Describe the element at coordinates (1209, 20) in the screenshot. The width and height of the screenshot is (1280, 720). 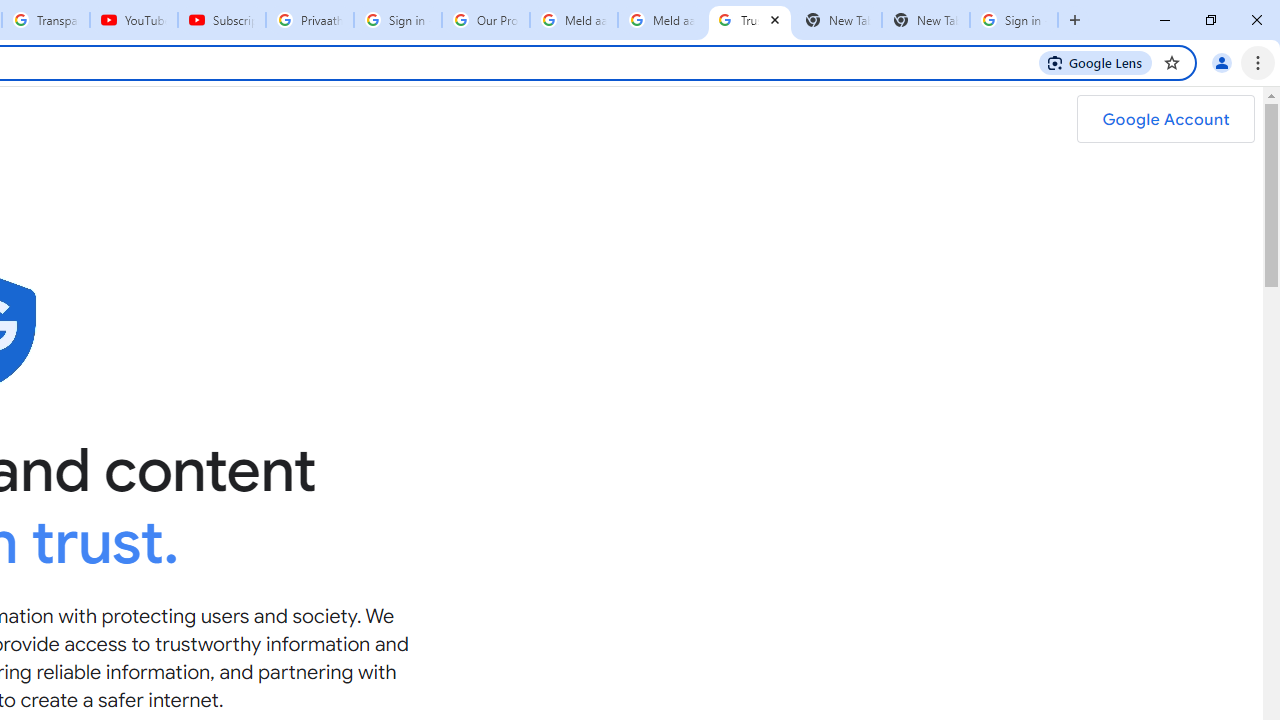
I see `'Restore'` at that location.